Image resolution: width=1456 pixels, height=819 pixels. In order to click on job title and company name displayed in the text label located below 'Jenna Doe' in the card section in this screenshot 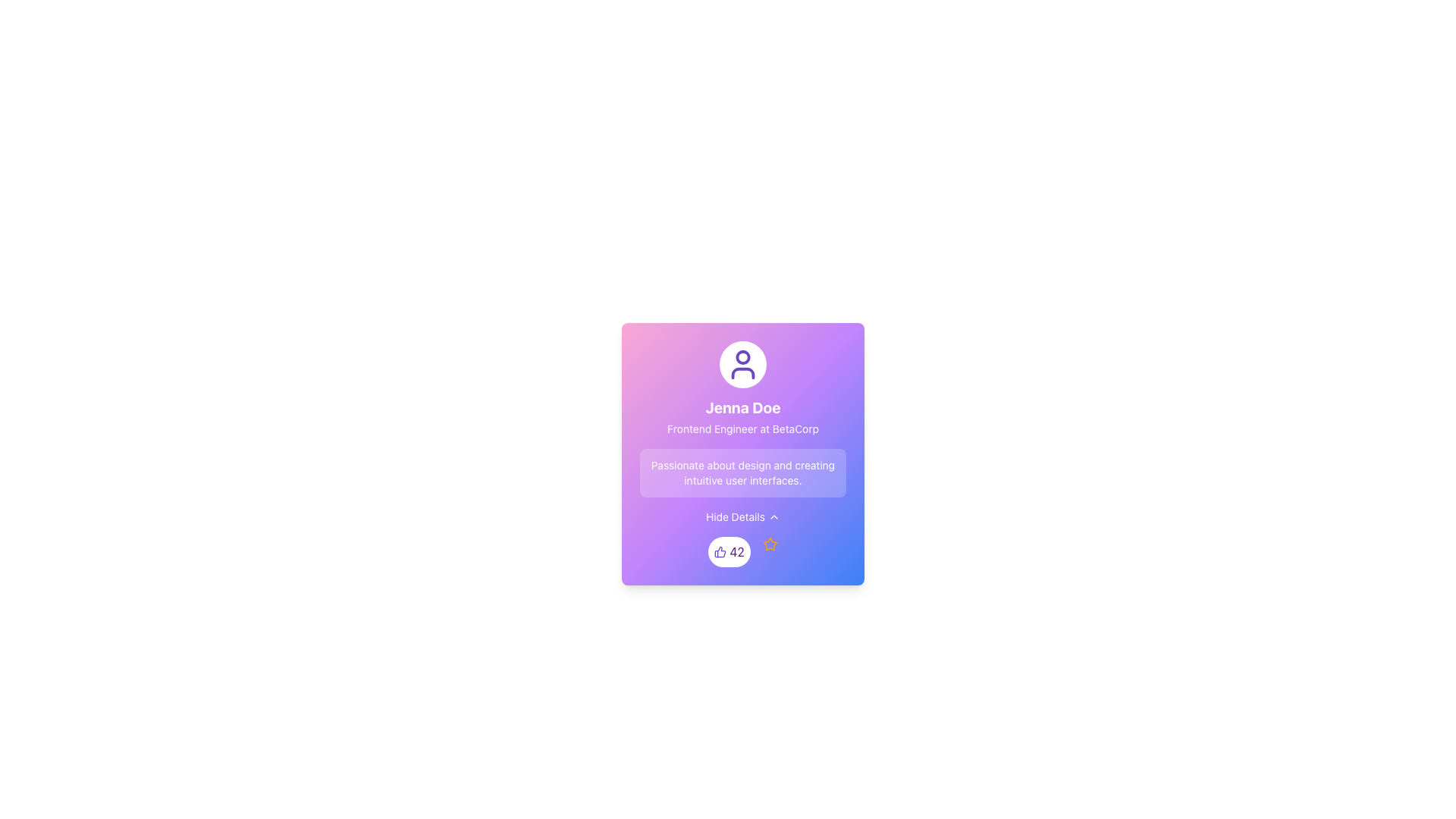, I will do `click(742, 429)`.